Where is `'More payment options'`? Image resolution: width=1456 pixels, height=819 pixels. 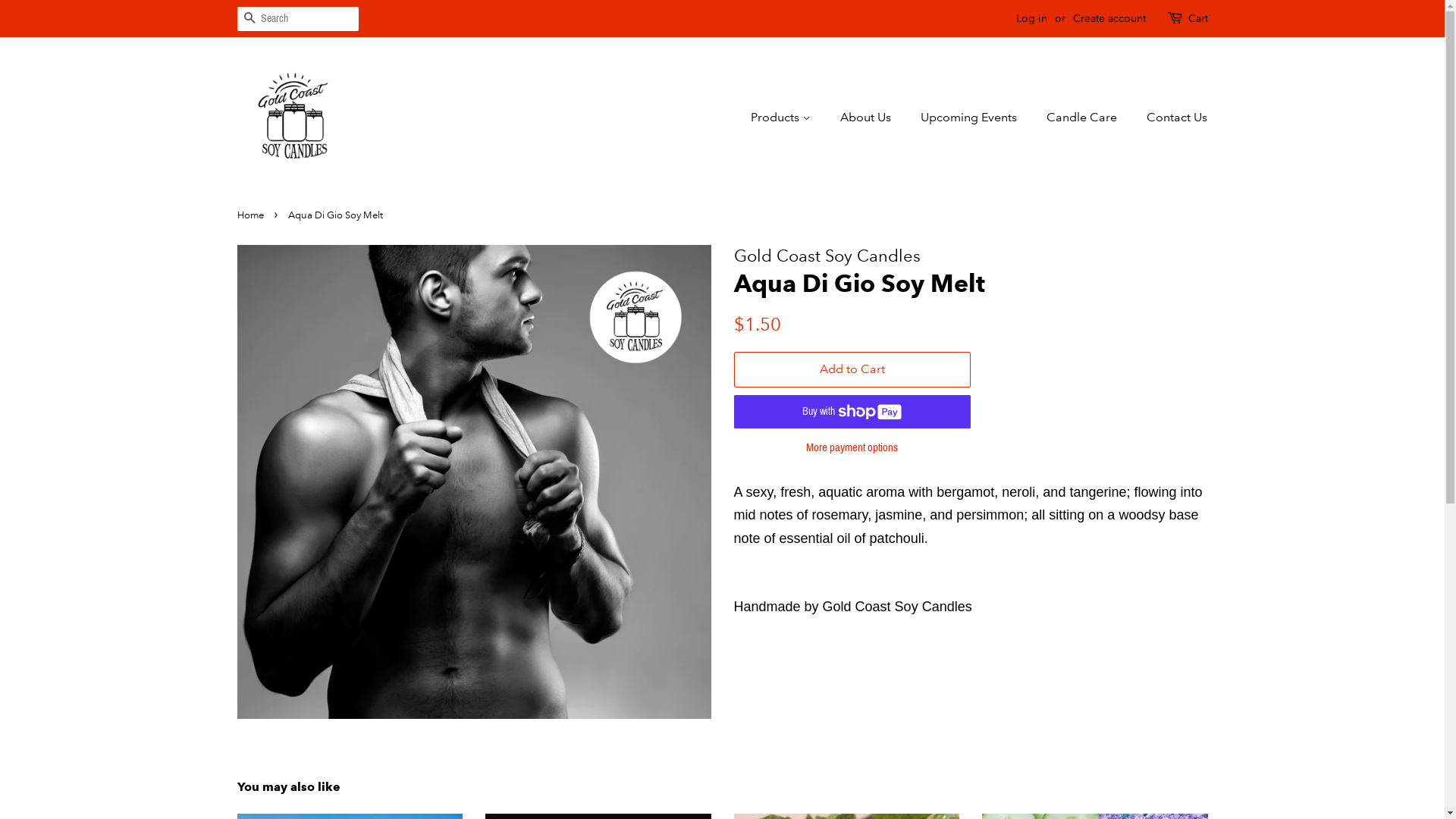
'More payment options' is located at coordinates (852, 445).